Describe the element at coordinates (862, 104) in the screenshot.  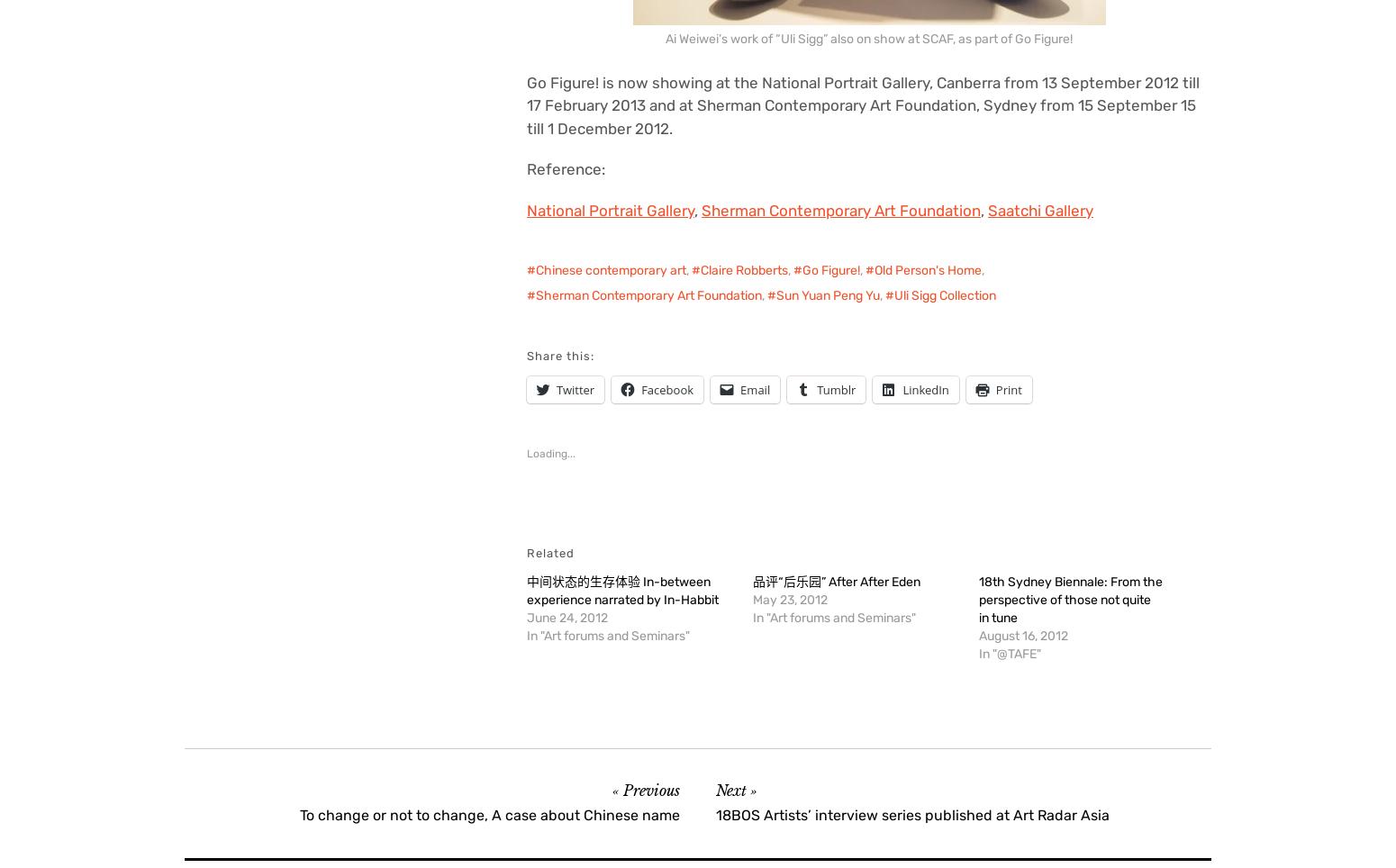
I see `'Go Figure! is now showing at the National Portrait Gallery, Canberra from 13 September 2012 till 17 February 2013 and at Sherman Contemporary Art Foundation, Sydney from 15 September 15 till 1 December 2012.'` at that location.